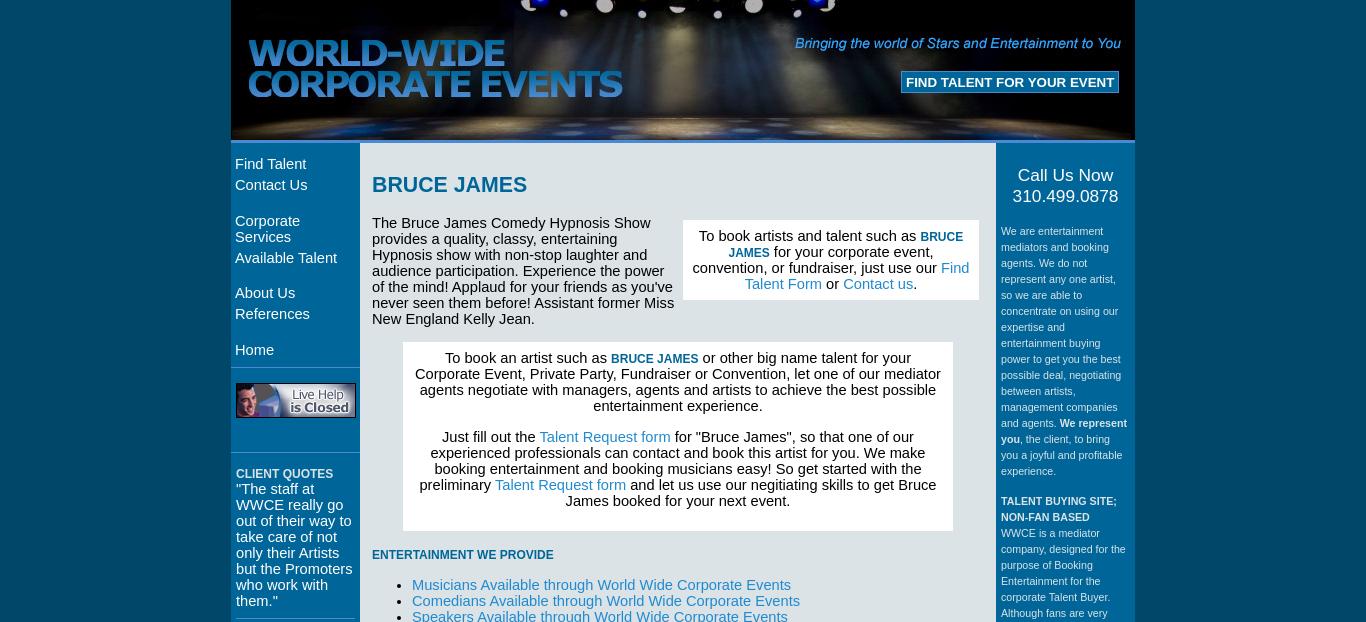 The image size is (1366, 622). I want to click on 'Musicians Available through World Wide Corporate Events', so click(600, 583).